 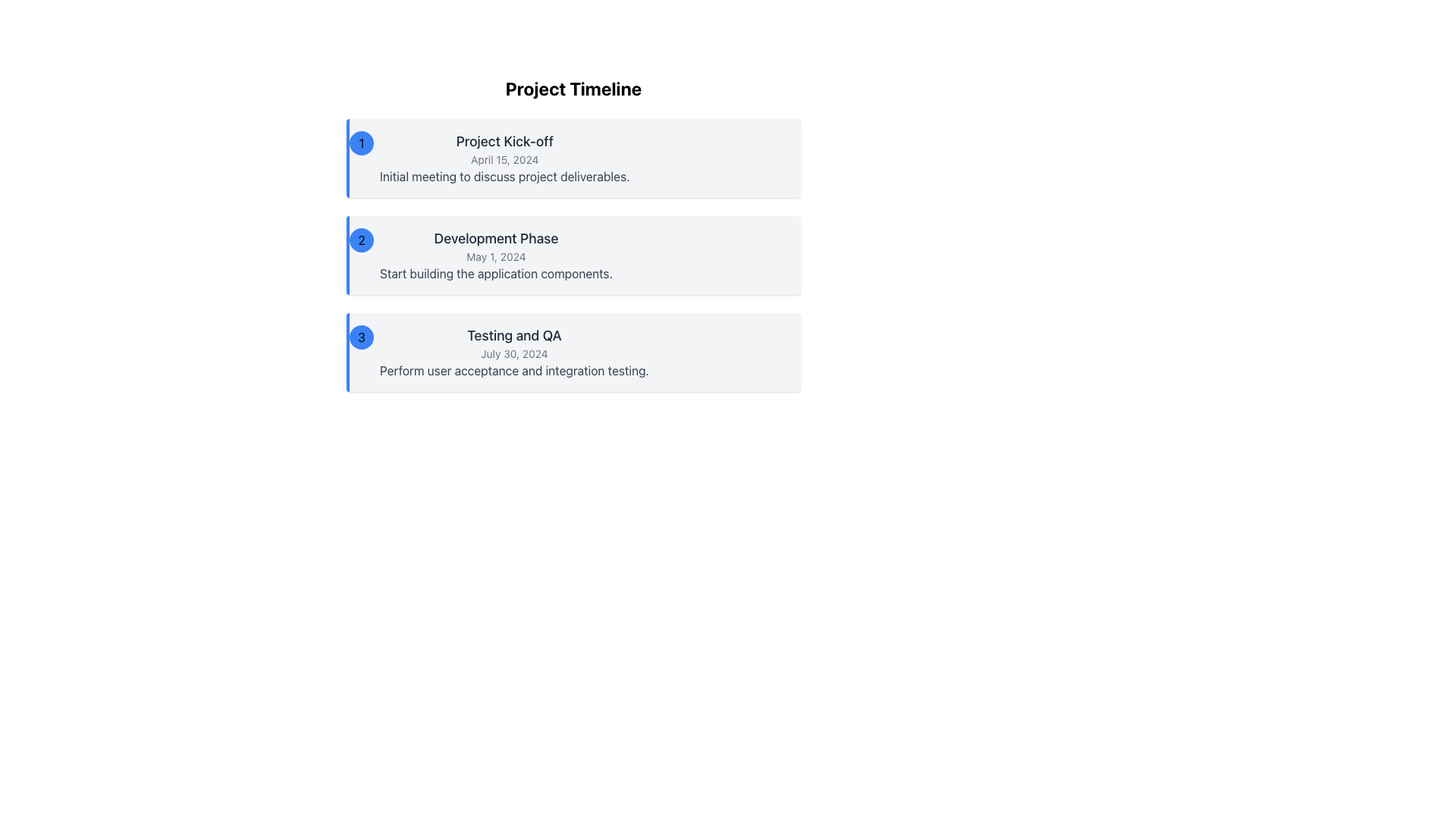 I want to click on text from the prominent header labeled 'Project Timeline' located at the top of the vertical list layout, so click(x=573, y=88).